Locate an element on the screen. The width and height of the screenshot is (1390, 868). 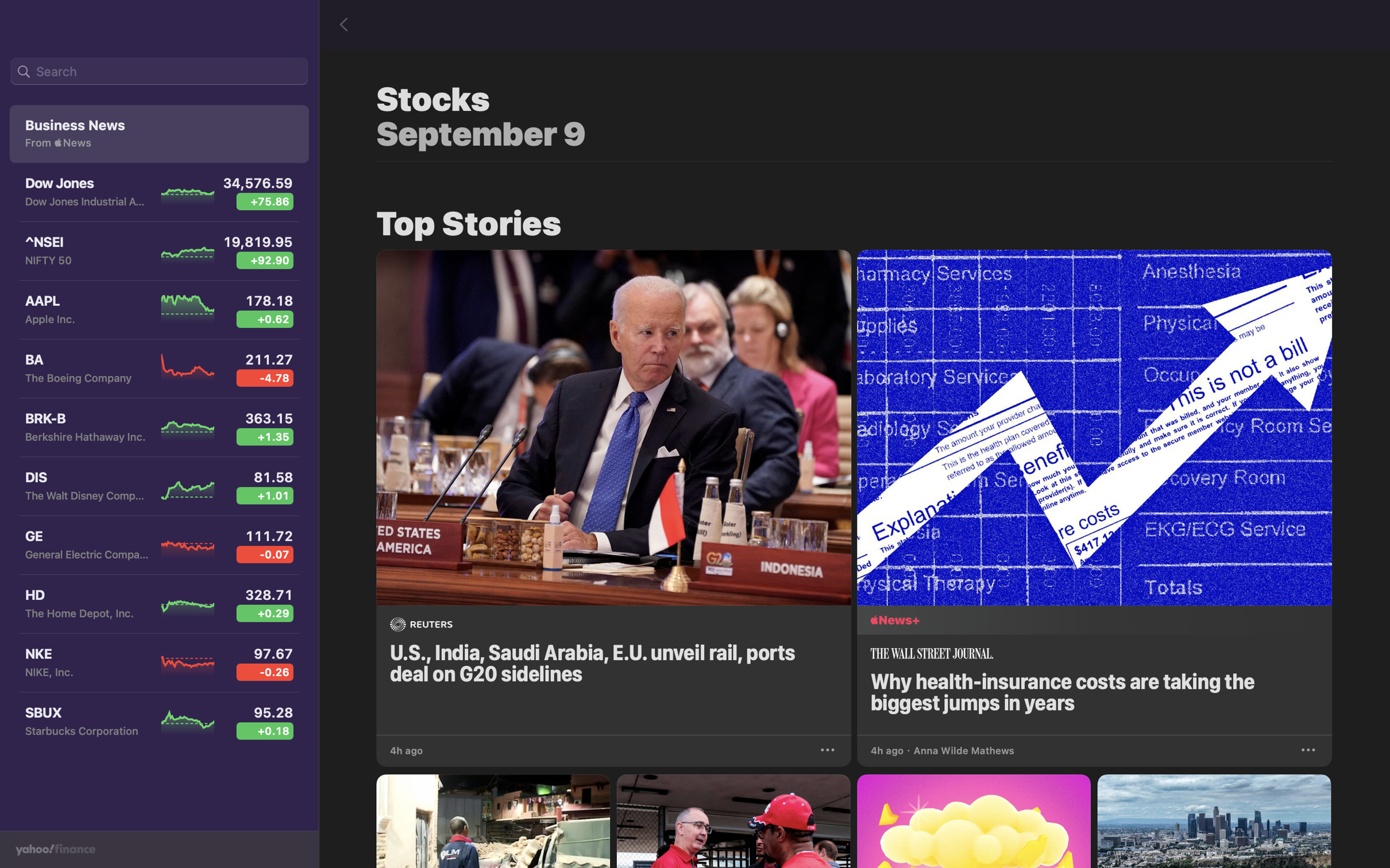
the G20 news on the display panel is located at coordinates (613, 489).